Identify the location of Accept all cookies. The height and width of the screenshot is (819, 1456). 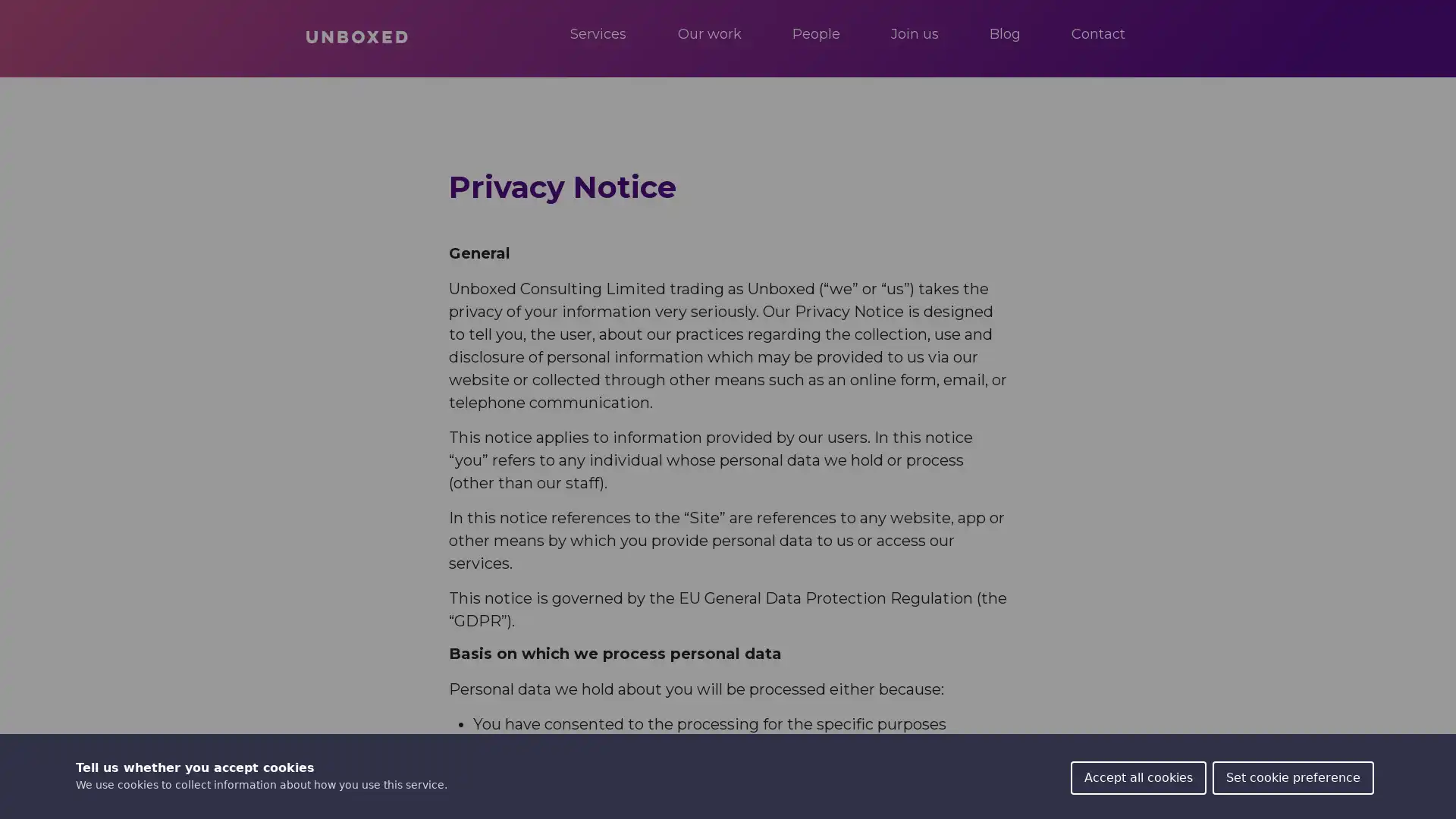
(1138, 778).